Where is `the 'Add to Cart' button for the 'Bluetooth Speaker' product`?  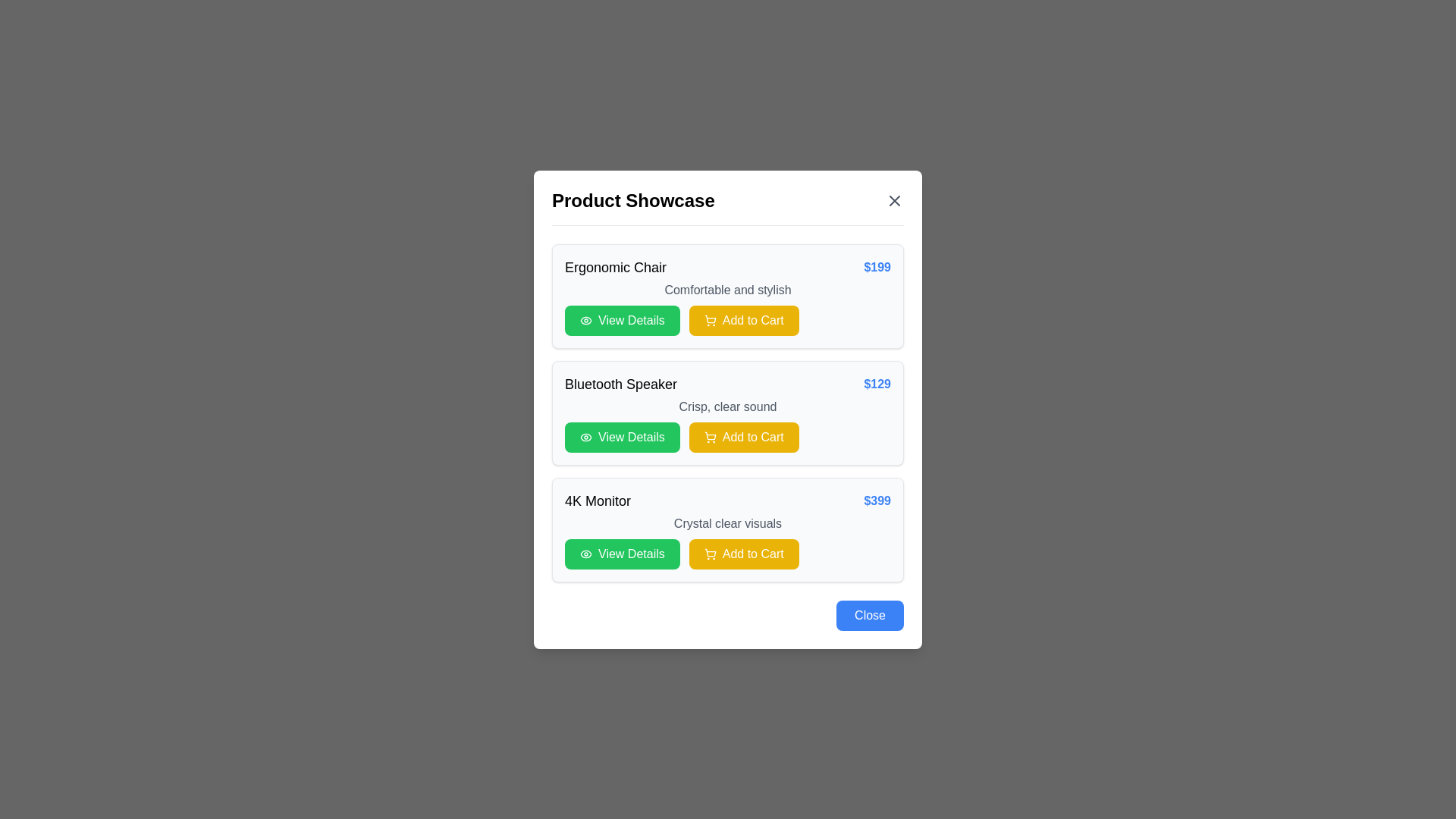 the 'Add to Cart' button for the 'Bluetooth Speaker' product is located at coordinates (728, 437).